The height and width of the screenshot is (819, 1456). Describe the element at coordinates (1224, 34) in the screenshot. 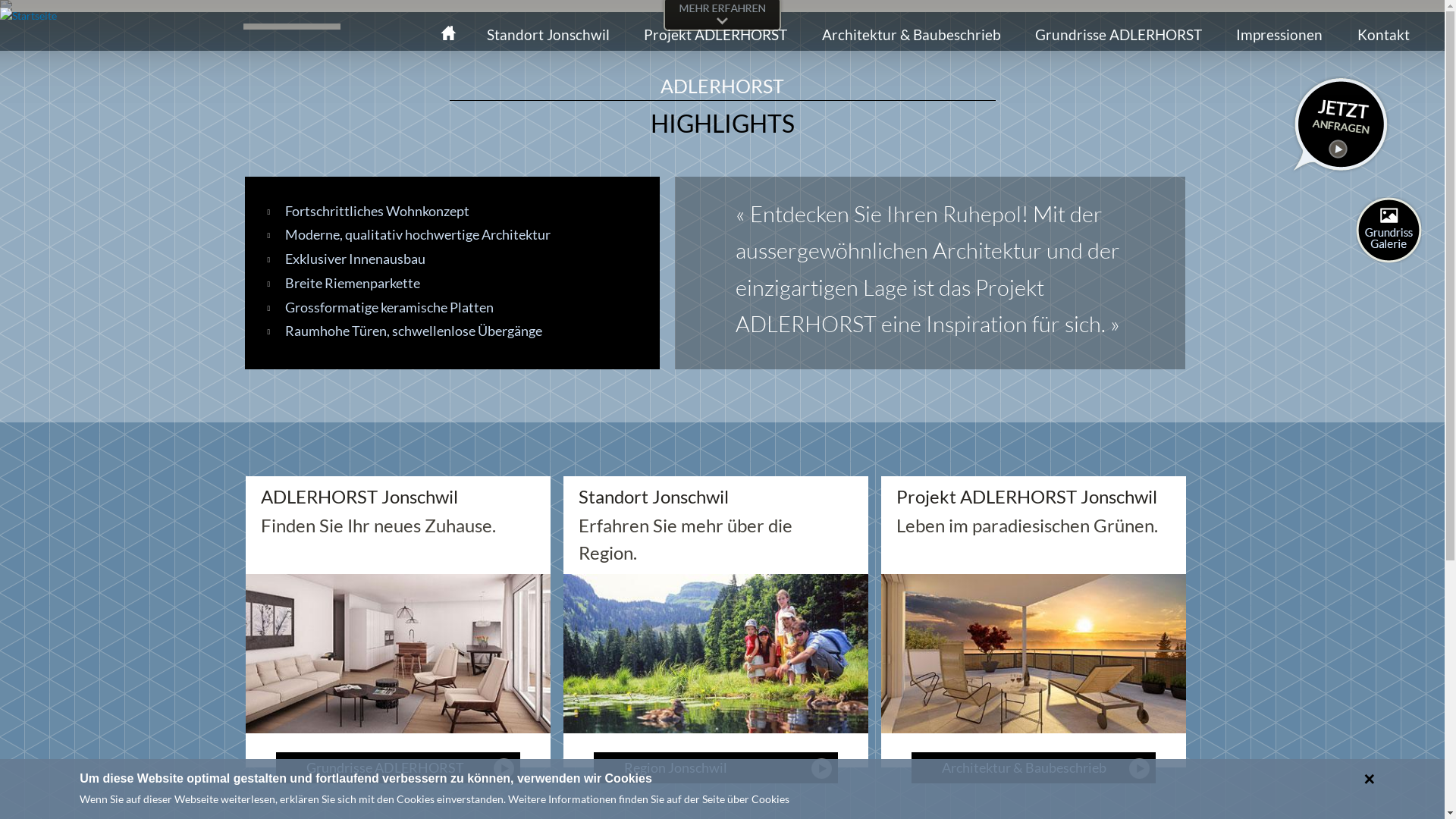

I see `'Impressionen'` at that location.